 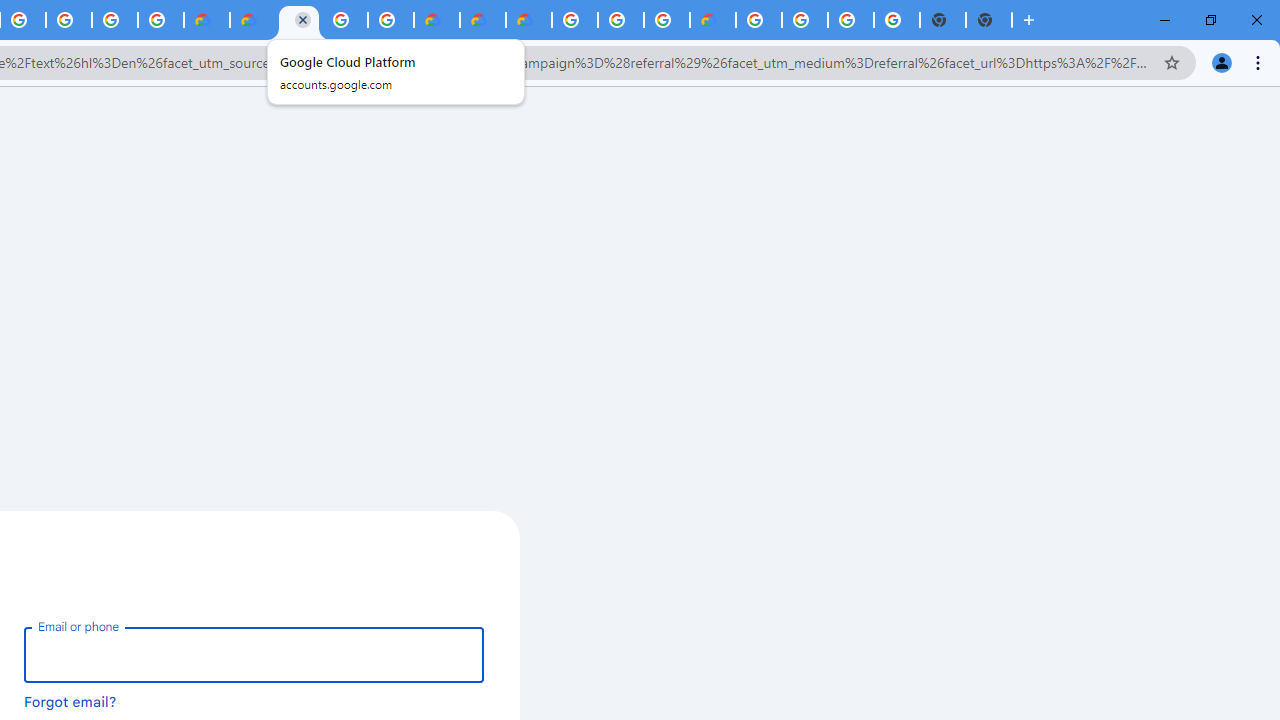 What do you see at coordinates (298, 20) in the screenshot?
I see `'Google Cloud Platform'` at bounding box center [298, 20].